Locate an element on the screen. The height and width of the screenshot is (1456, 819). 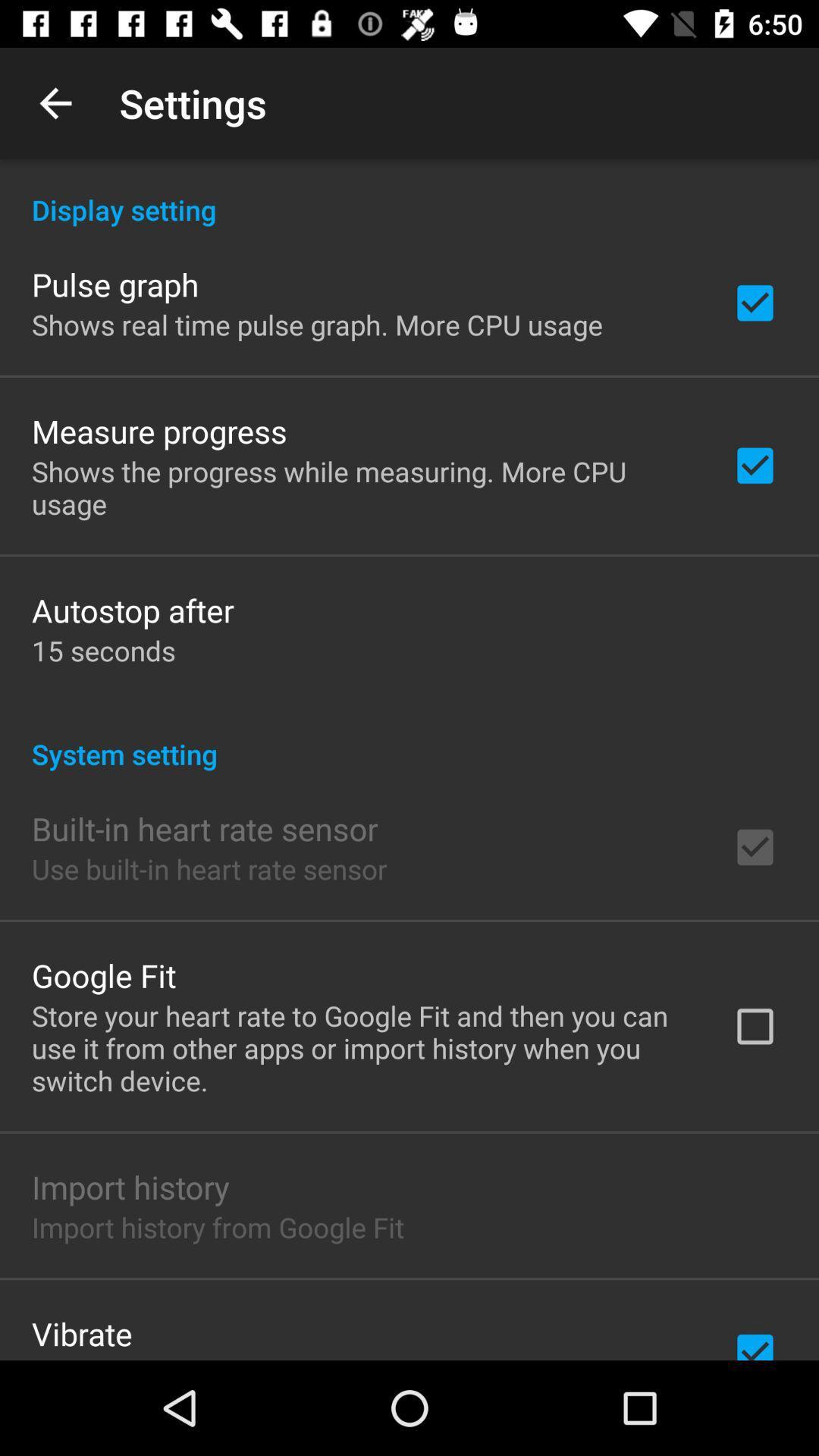
the icon below measure progress icon is located at coordinates (362, 488).